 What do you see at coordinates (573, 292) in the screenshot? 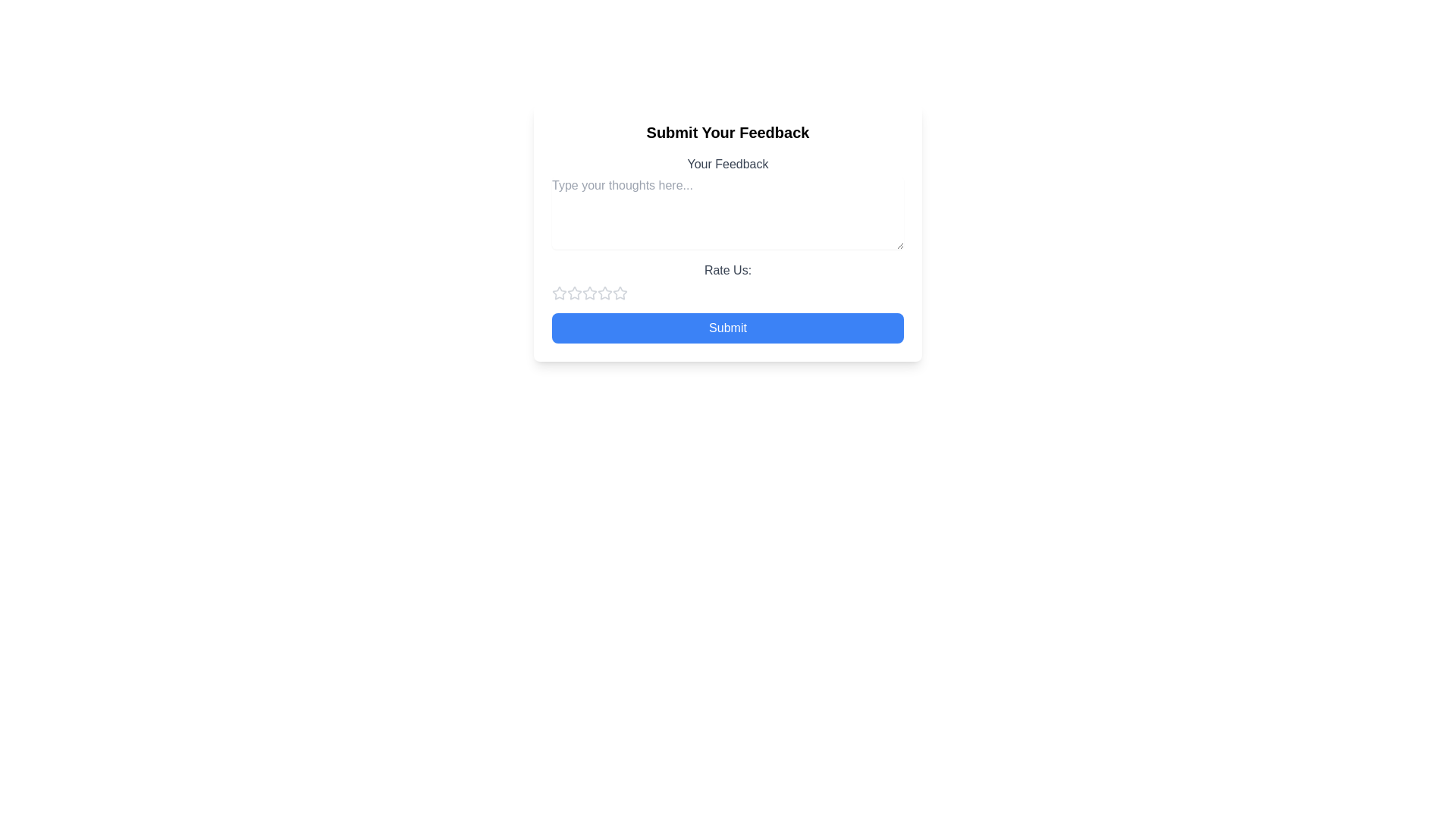
I see `the first star-shaped icon in the 'Rate Us' section to rate it` at bounding box center [573, 292].